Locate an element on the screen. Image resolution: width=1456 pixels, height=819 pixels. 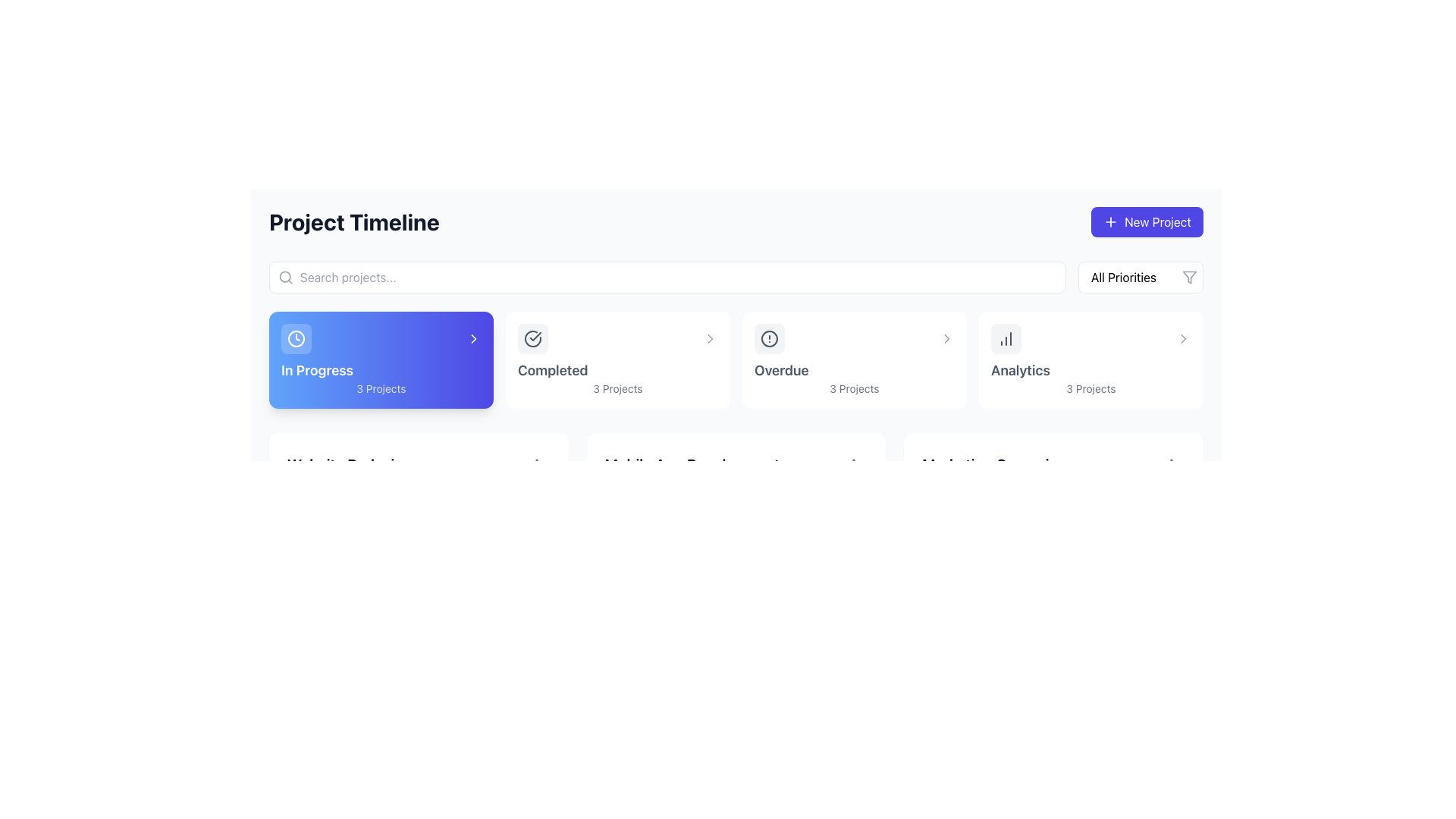
the time-related icon located in the top-left corner of the 'In Progress' card for additional information is located at coordinates (296, 338).